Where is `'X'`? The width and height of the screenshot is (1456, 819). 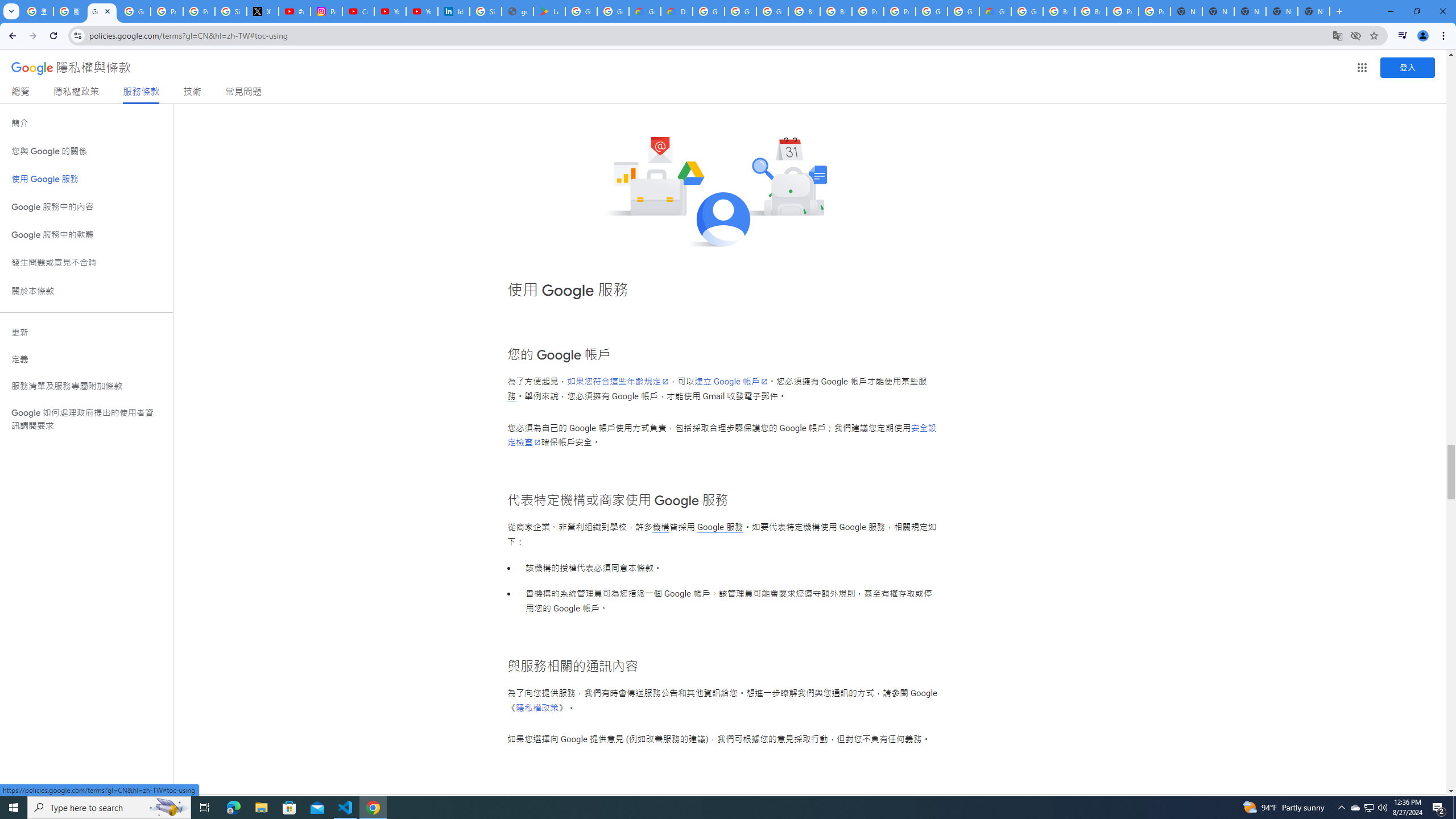 'X' is located at coordinates (262, 11).